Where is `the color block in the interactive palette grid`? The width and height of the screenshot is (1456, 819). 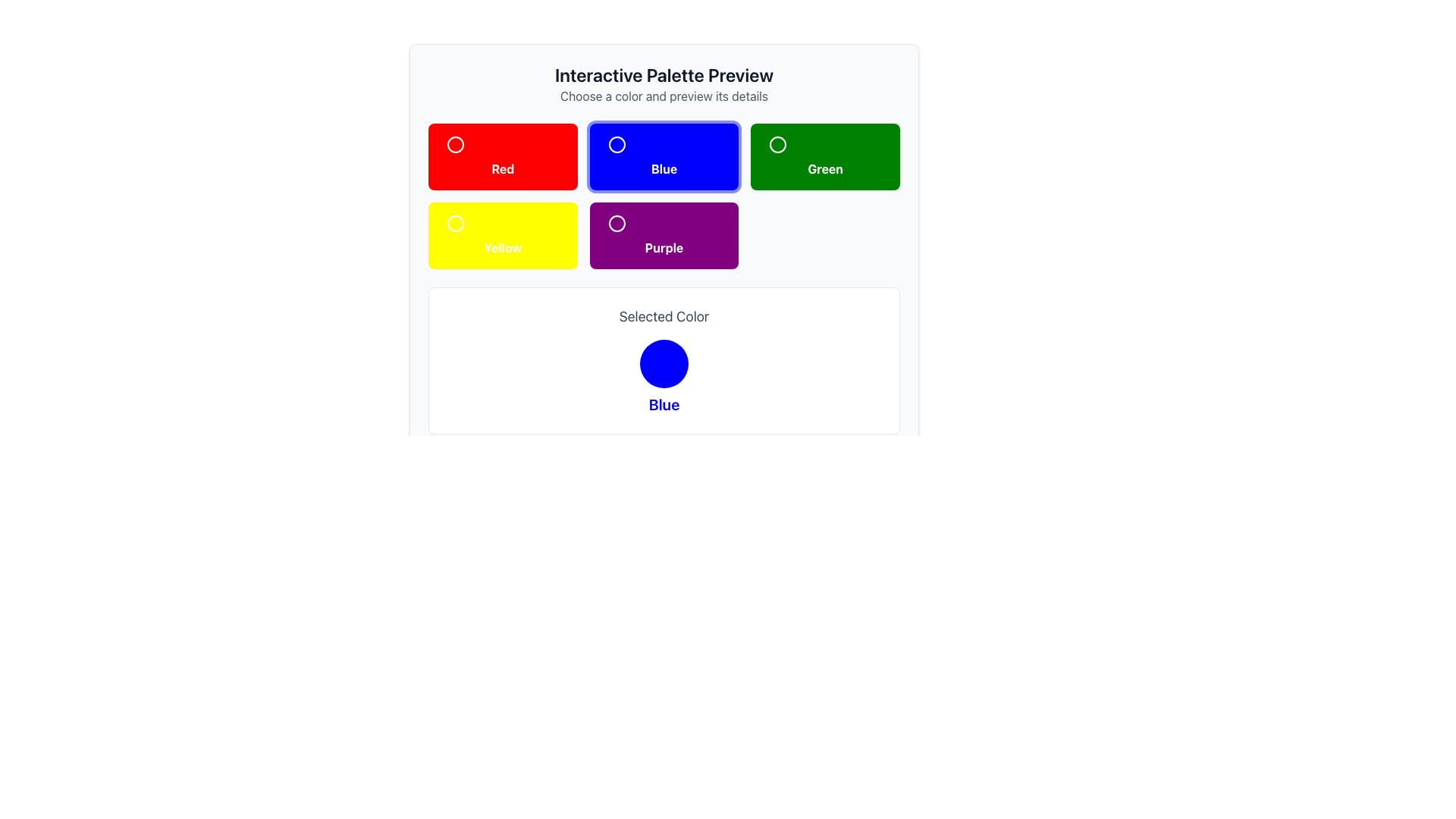
the color block in the interactive palette grid is located at coordinates (664, 195).